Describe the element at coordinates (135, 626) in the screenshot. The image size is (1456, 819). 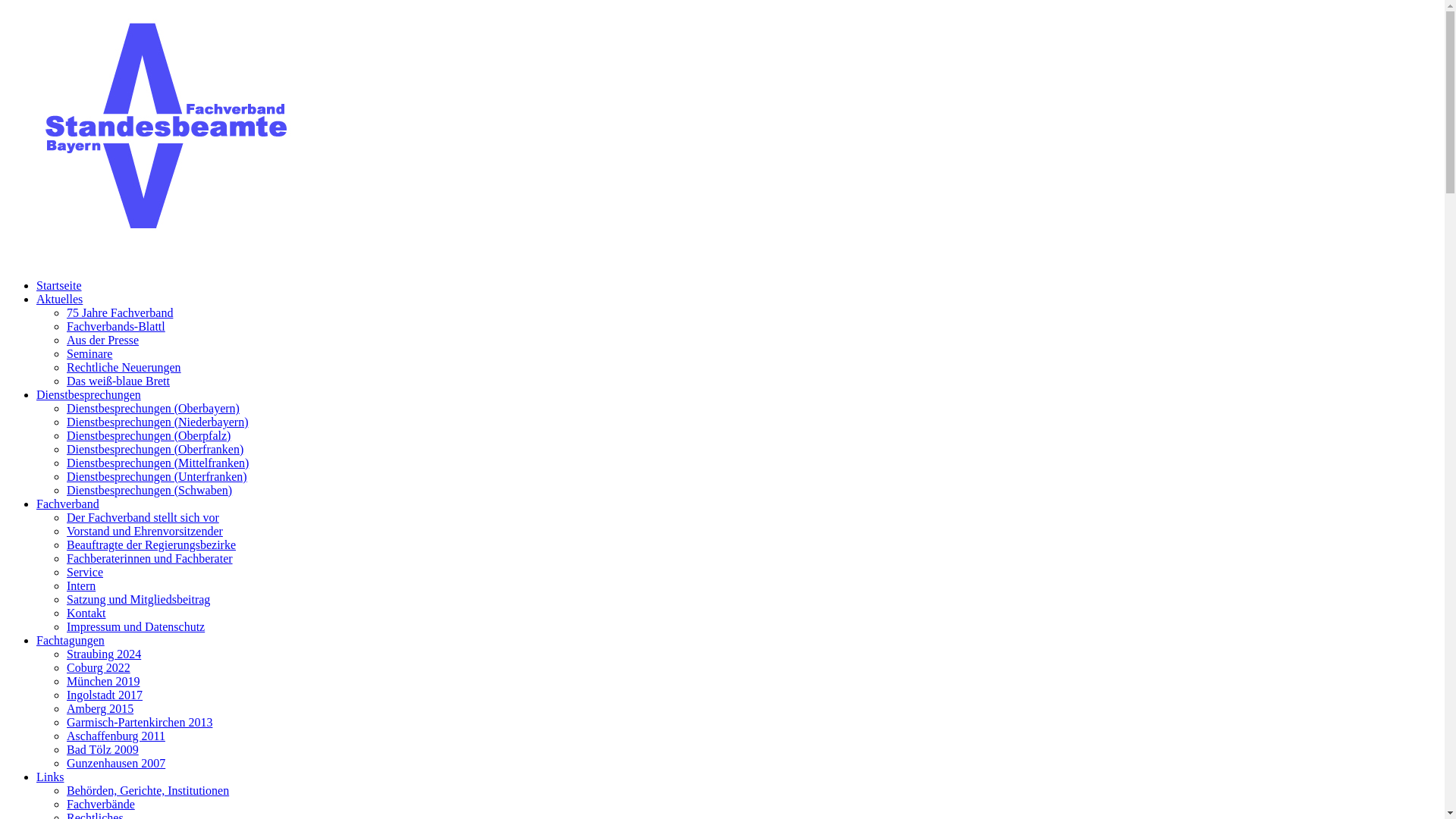
I see `'Impressum und Datenschutz'` at that location.